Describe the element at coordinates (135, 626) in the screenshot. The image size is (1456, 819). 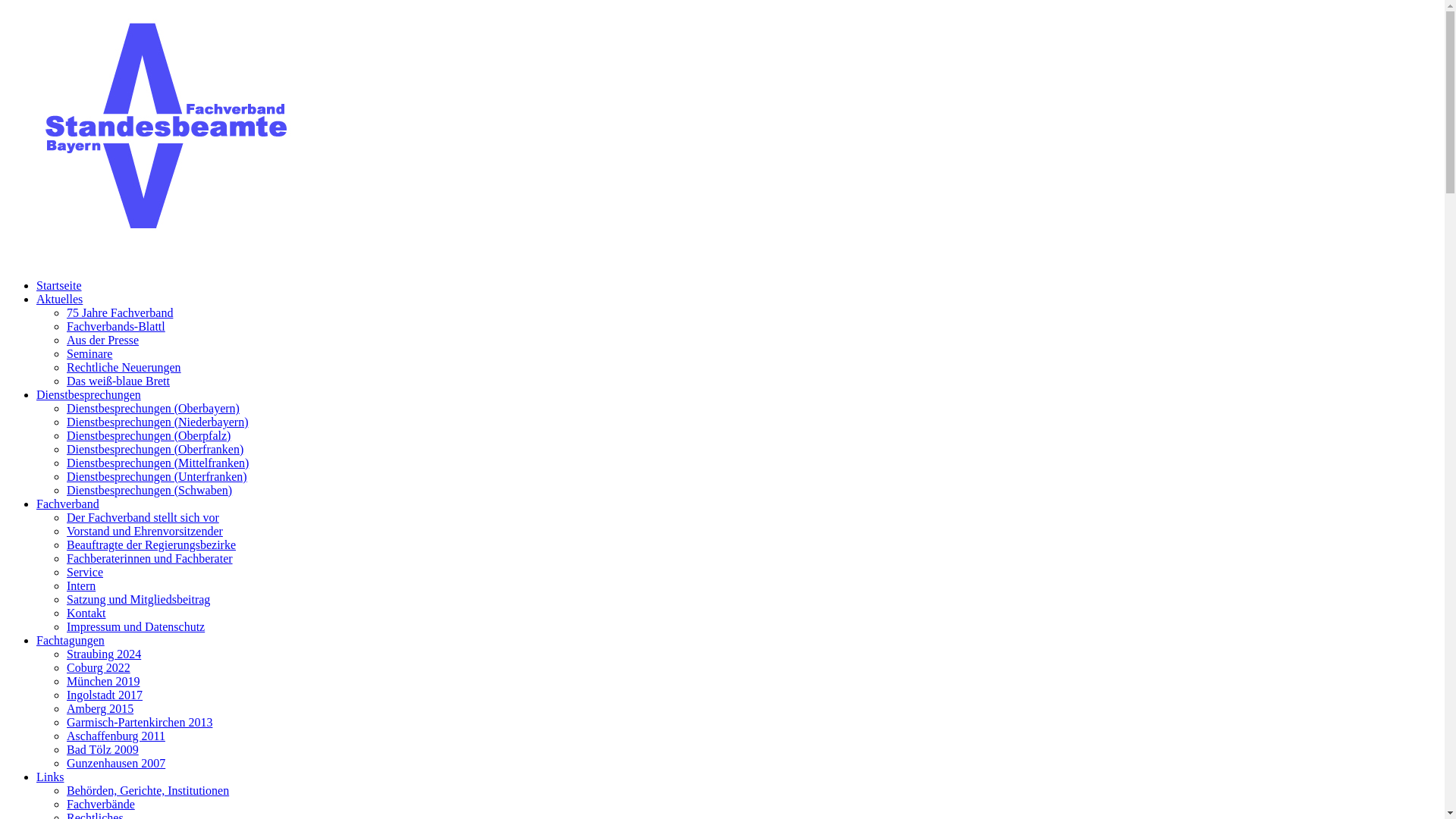
I see `'Impressum und Datenschutz'` at that location.